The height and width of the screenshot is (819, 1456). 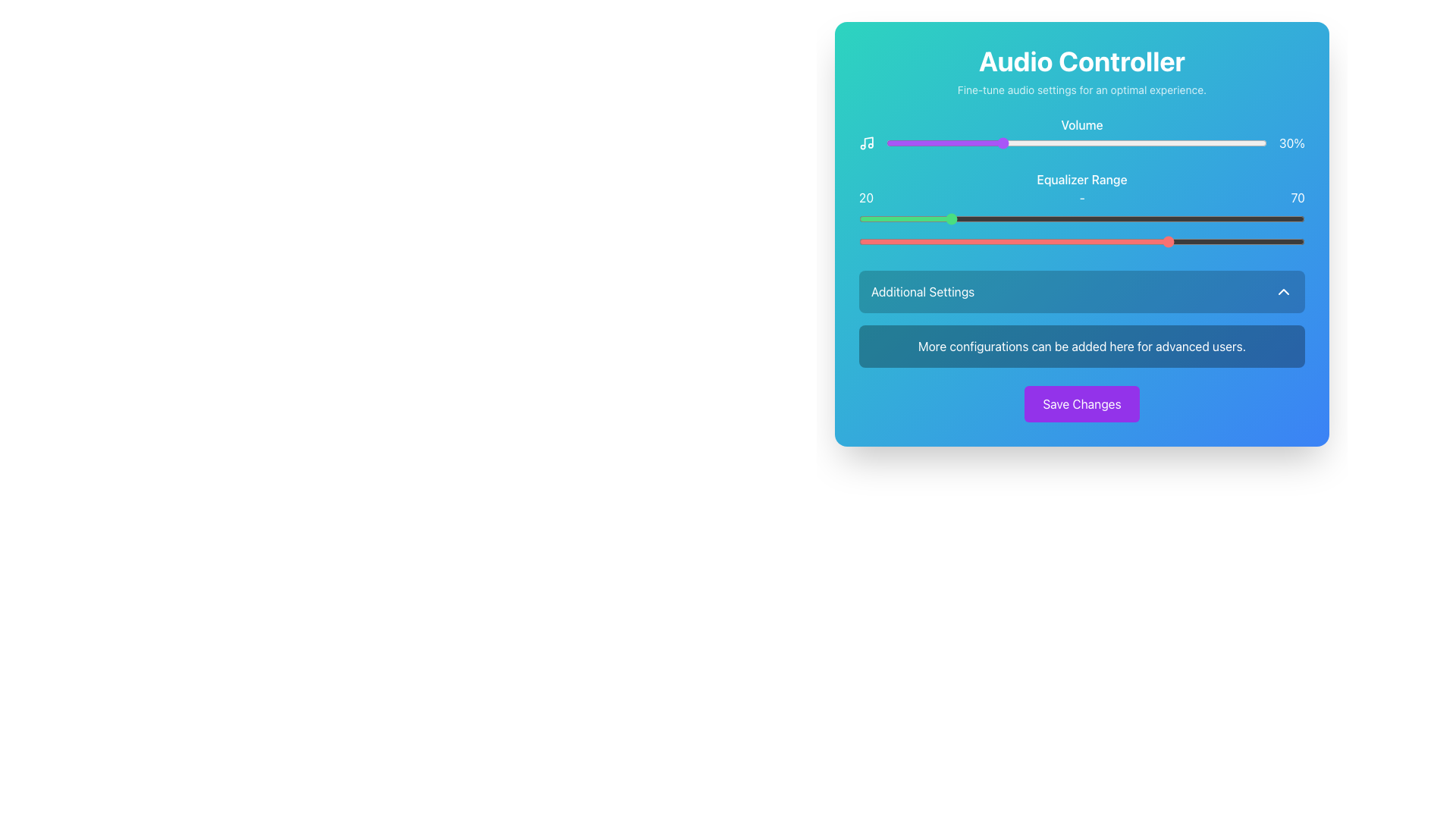 I want to click on the toggle button in the top-right corner of the 'Additional Settings' section, so click(x=1283, y=292).